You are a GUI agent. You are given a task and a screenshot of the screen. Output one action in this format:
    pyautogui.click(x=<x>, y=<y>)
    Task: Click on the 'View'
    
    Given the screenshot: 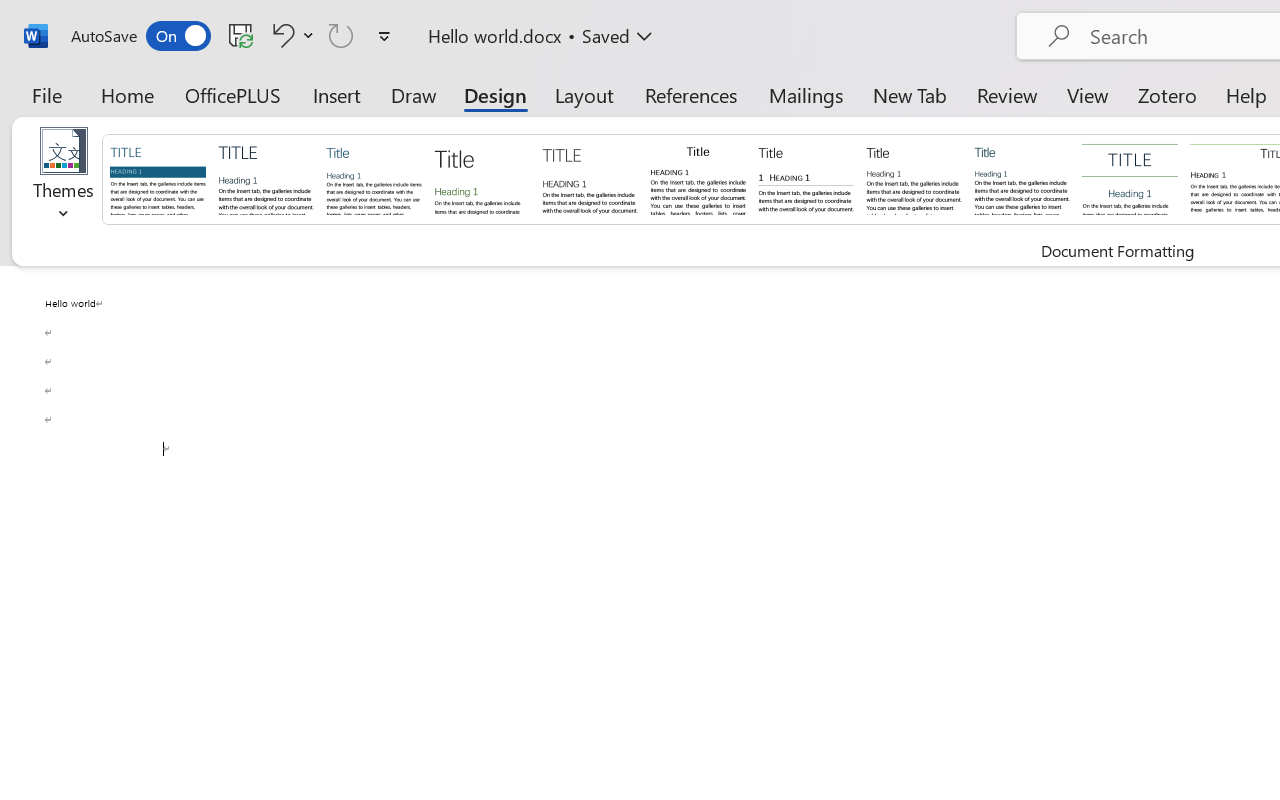 What is the action you would take?
    pyautogui.click(x=1087, y=94)
    